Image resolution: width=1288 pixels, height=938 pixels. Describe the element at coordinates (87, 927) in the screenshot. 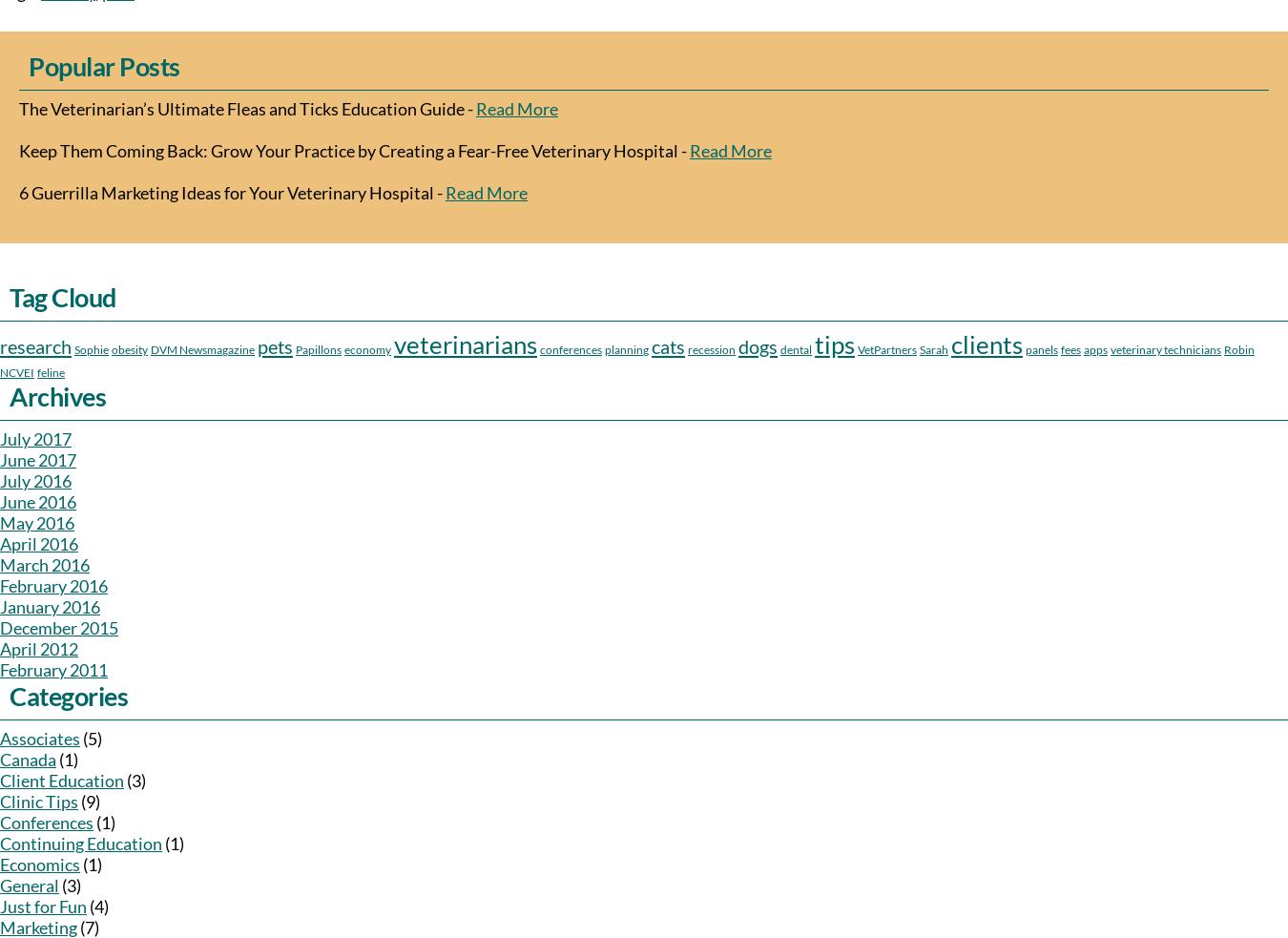

I see `'(7)'` at that location.